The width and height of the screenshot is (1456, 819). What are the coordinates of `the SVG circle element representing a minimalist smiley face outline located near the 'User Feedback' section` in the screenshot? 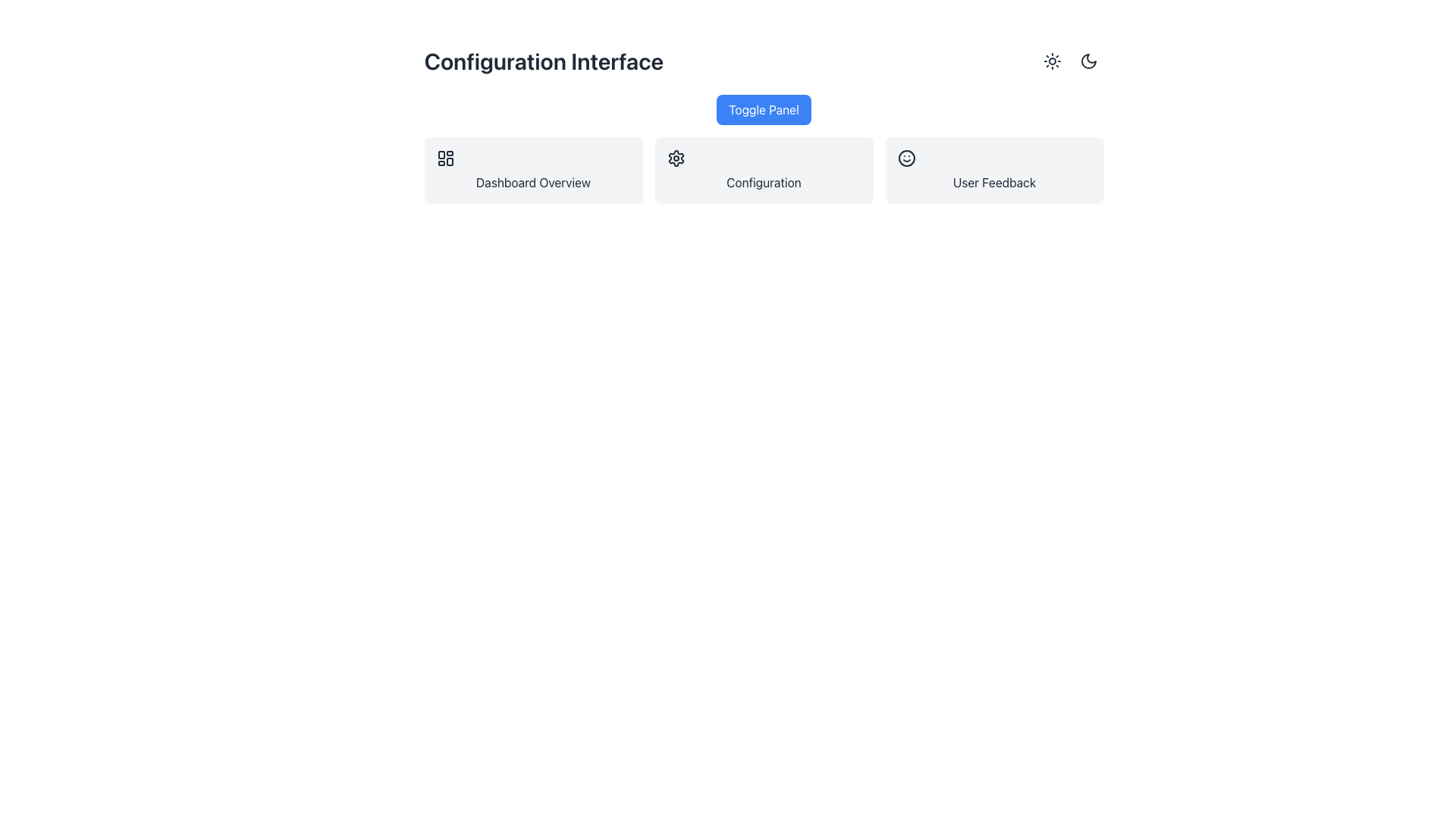 It's located at (906, 158).